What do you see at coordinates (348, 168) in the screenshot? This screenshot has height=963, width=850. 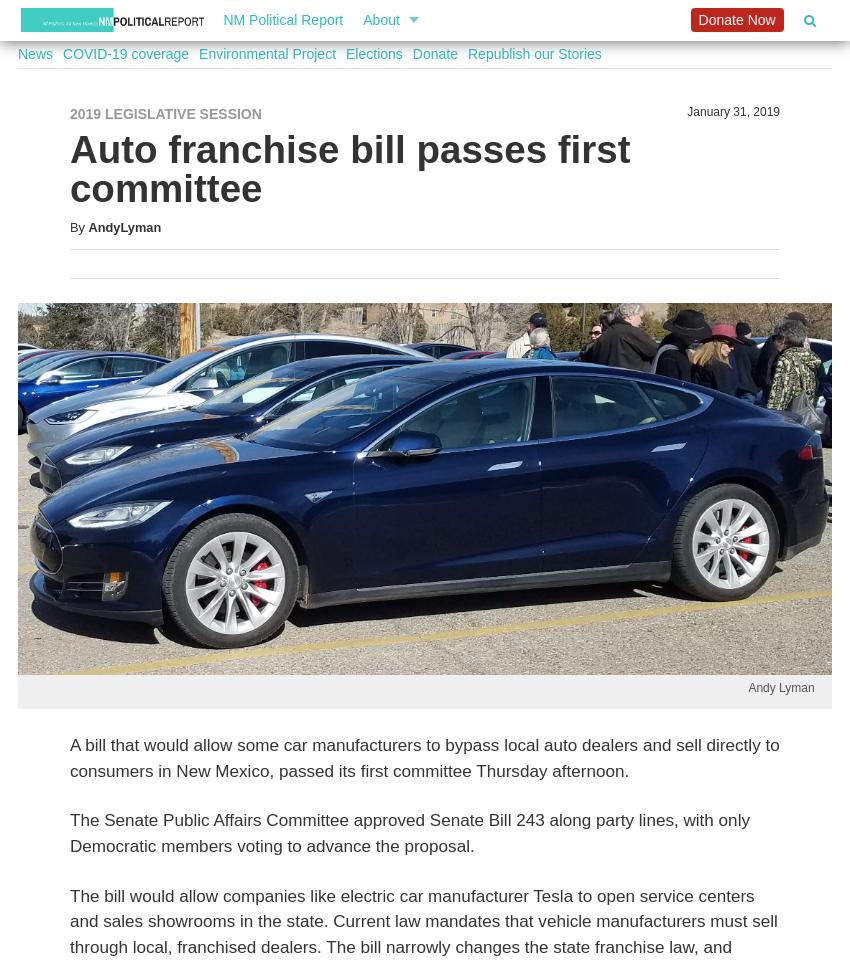 I see `'Auto franchise bill passes first committee'` at bounding box center [348, 168].